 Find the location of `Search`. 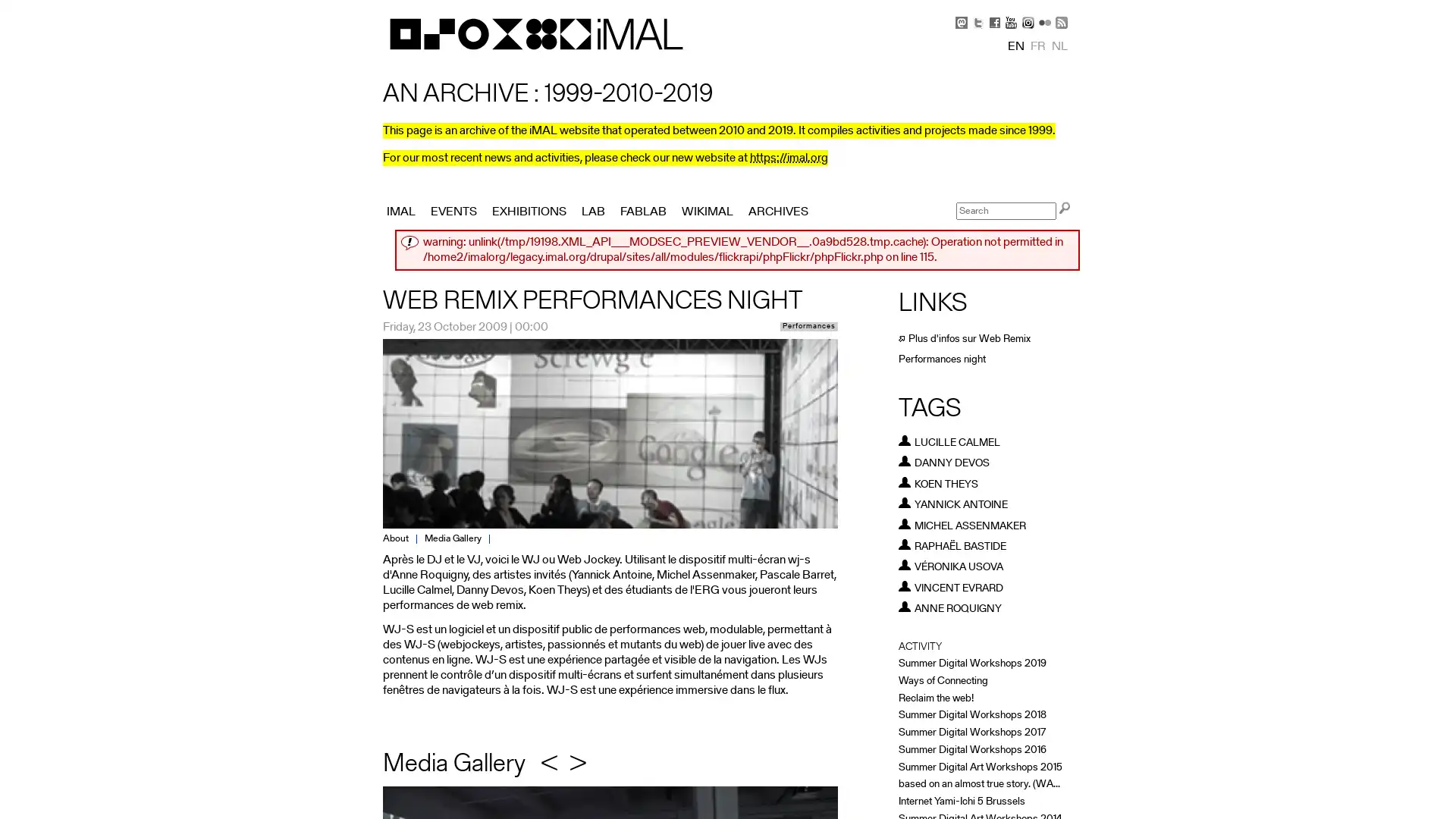

Search is located at coordinates (1063, 207).